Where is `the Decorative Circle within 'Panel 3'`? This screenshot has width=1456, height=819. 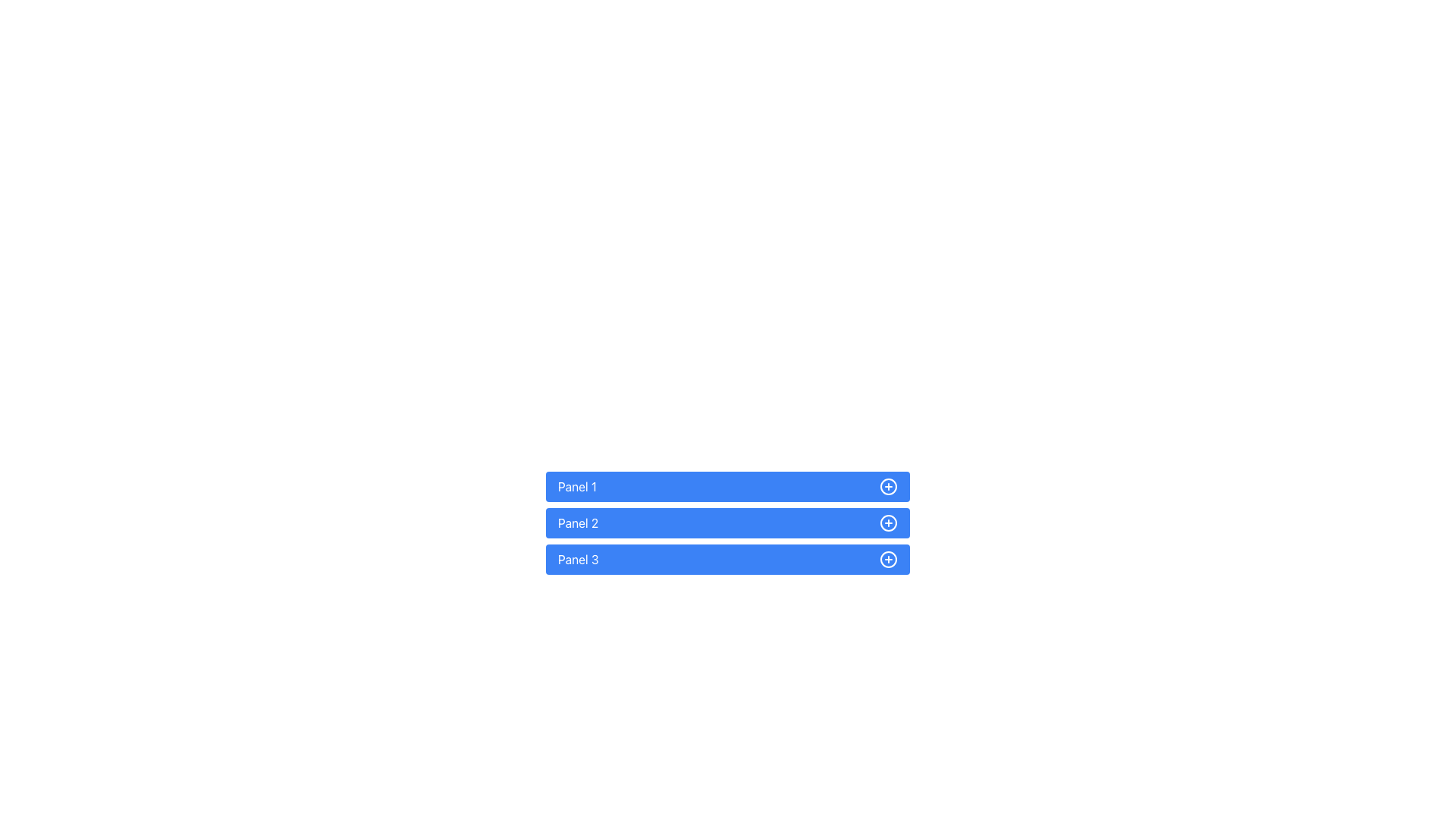 the Decorative Circle within 'Panel 3' is located at coordinates (888, 559).